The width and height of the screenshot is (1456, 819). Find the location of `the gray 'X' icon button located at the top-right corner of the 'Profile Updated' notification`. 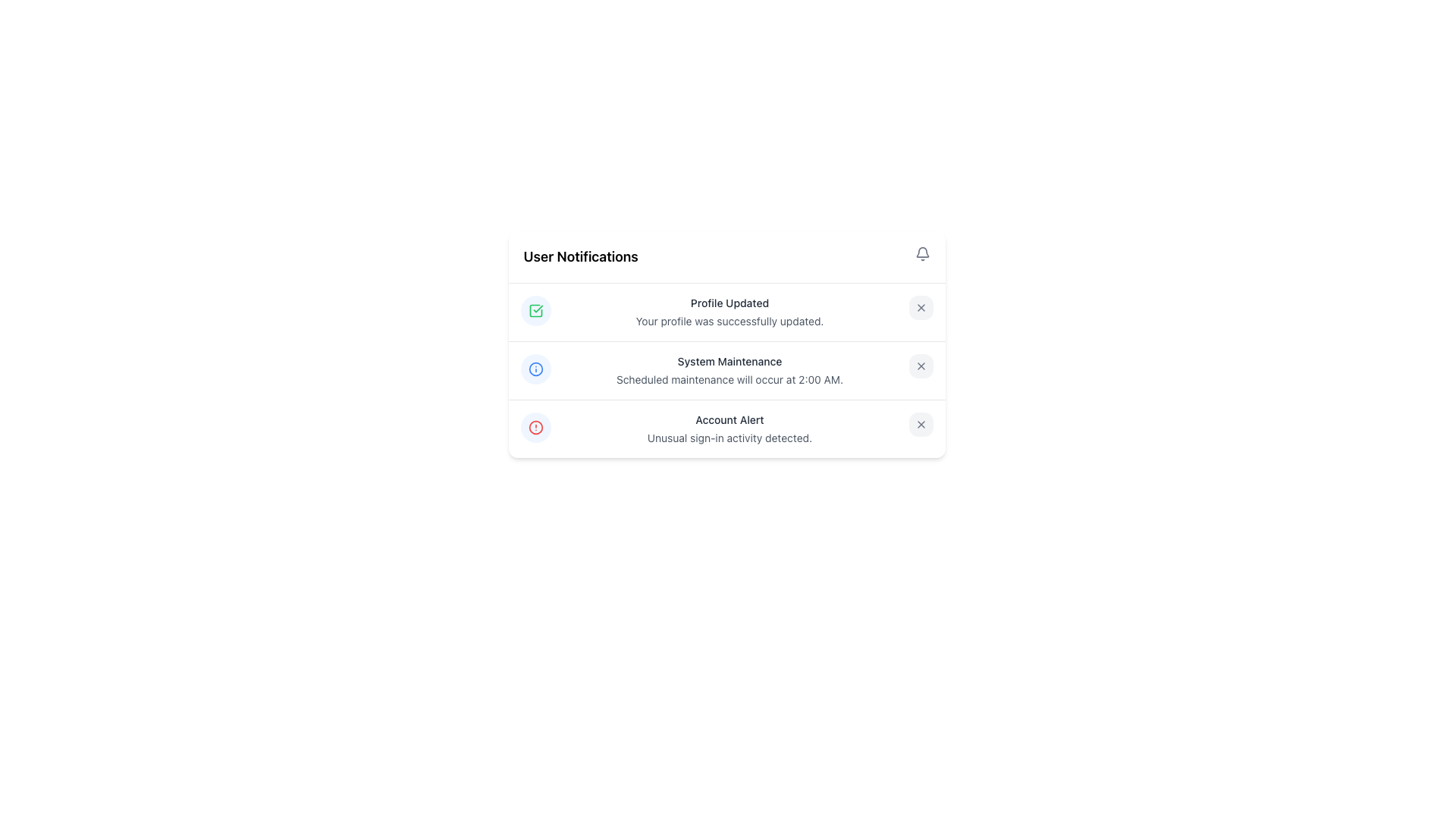

the gray 'X' icon button located at the top-right corner of the 'Profile Updated' notification is located at coordinates (920, 307).